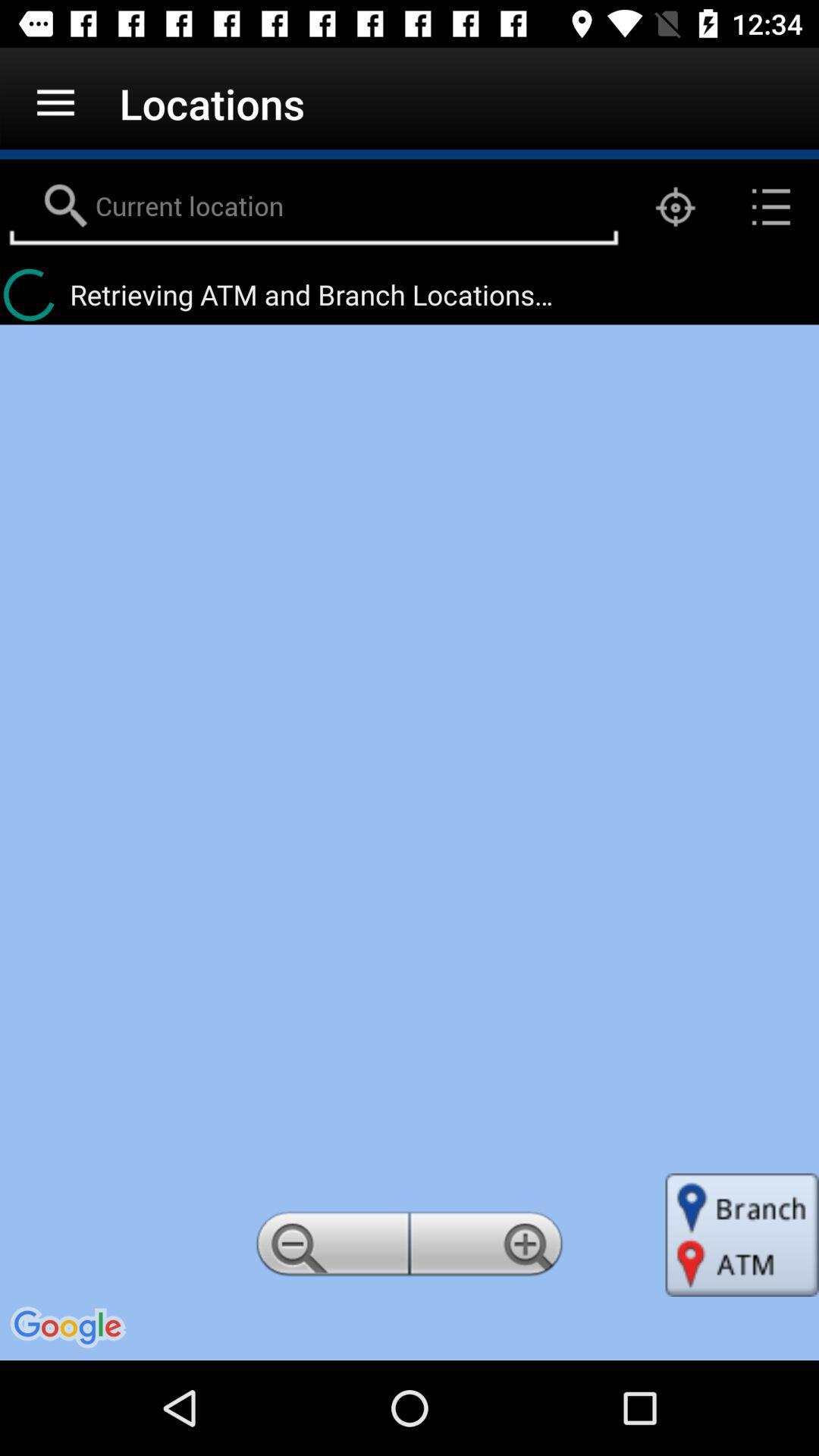 This screenshot has height=1456, width=819. What do you see at coordinates (771, 206) in the screenshot?
I see `the list icon` at bounding box center [771, 206].